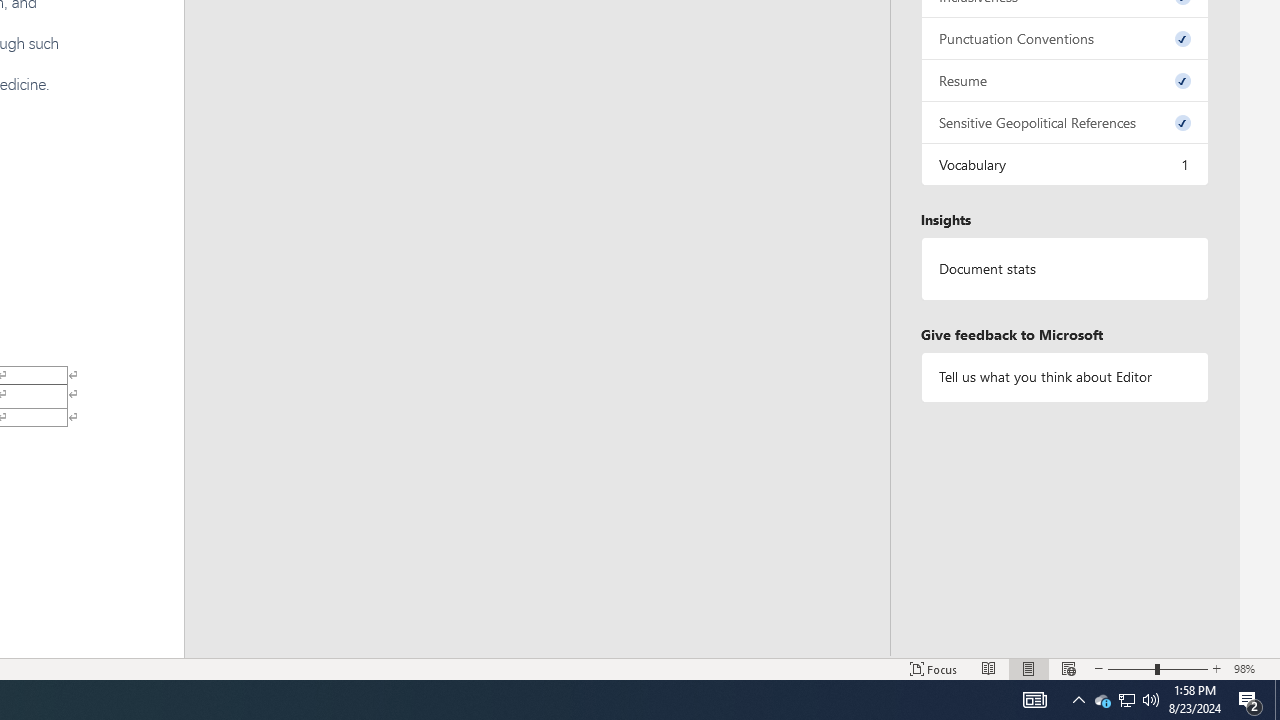  What do you see at coordinates (1063, 163) in the screenshot?
I see `'Vocabulary, 1 issue. Press space or enter to review items.'` at bounding box center [1063, 163].